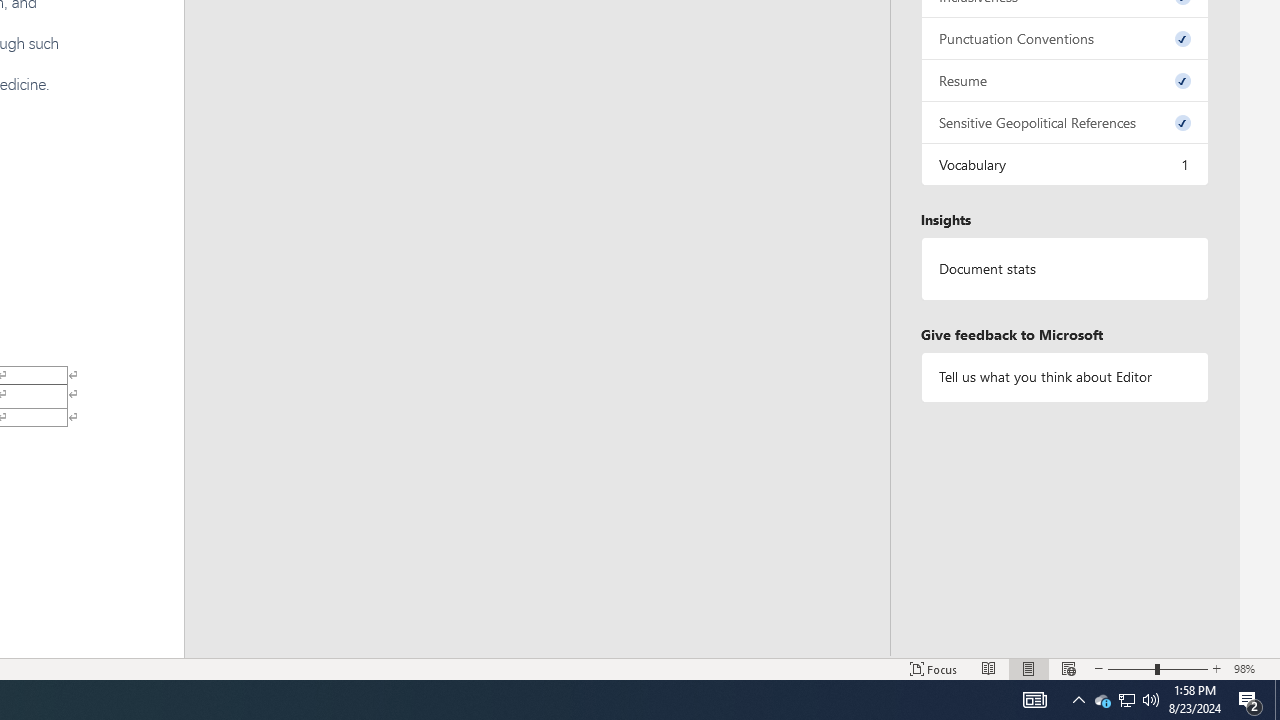  What do you see at coordinates (1063, 163) in the screenshot?
I see `'Vocabulary, 1 issue. Press space or enter to review items.'` at bounding box center [1063, 163].